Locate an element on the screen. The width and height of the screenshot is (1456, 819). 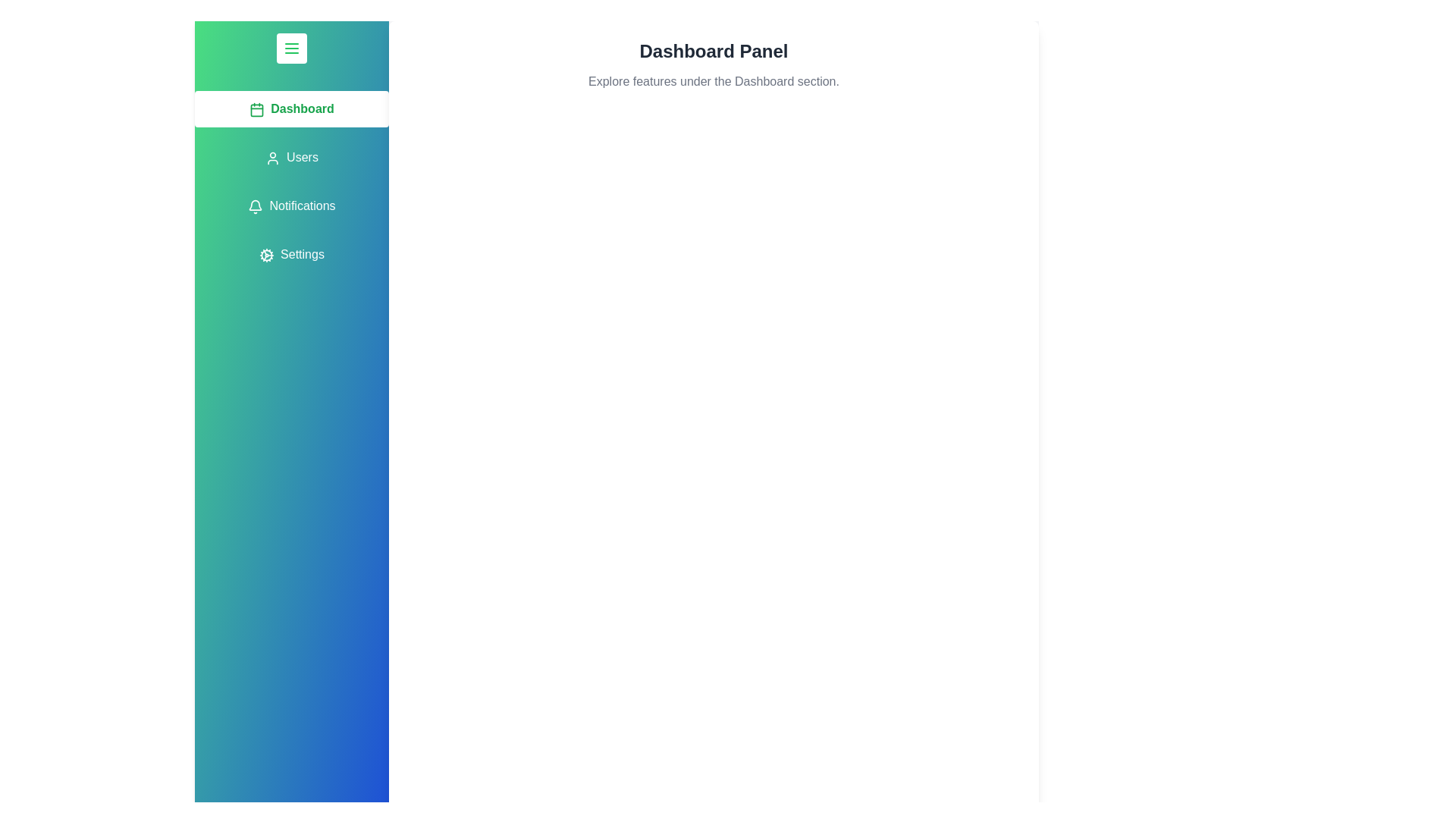
the tab labeled Users from the menu is located at coordinates (291, 158).